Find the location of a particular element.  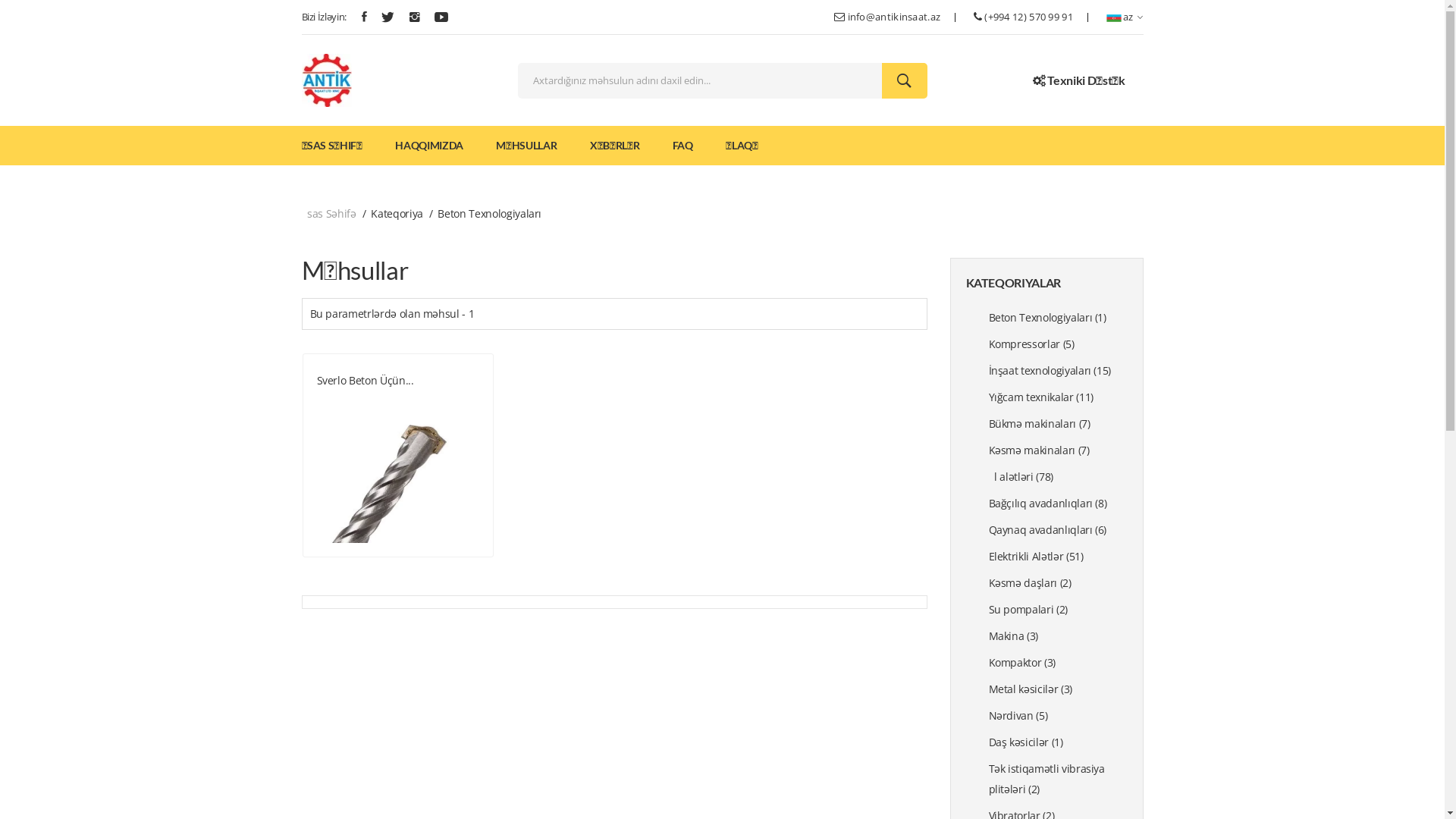

'FAQ' is located at coordinates (657, 146).